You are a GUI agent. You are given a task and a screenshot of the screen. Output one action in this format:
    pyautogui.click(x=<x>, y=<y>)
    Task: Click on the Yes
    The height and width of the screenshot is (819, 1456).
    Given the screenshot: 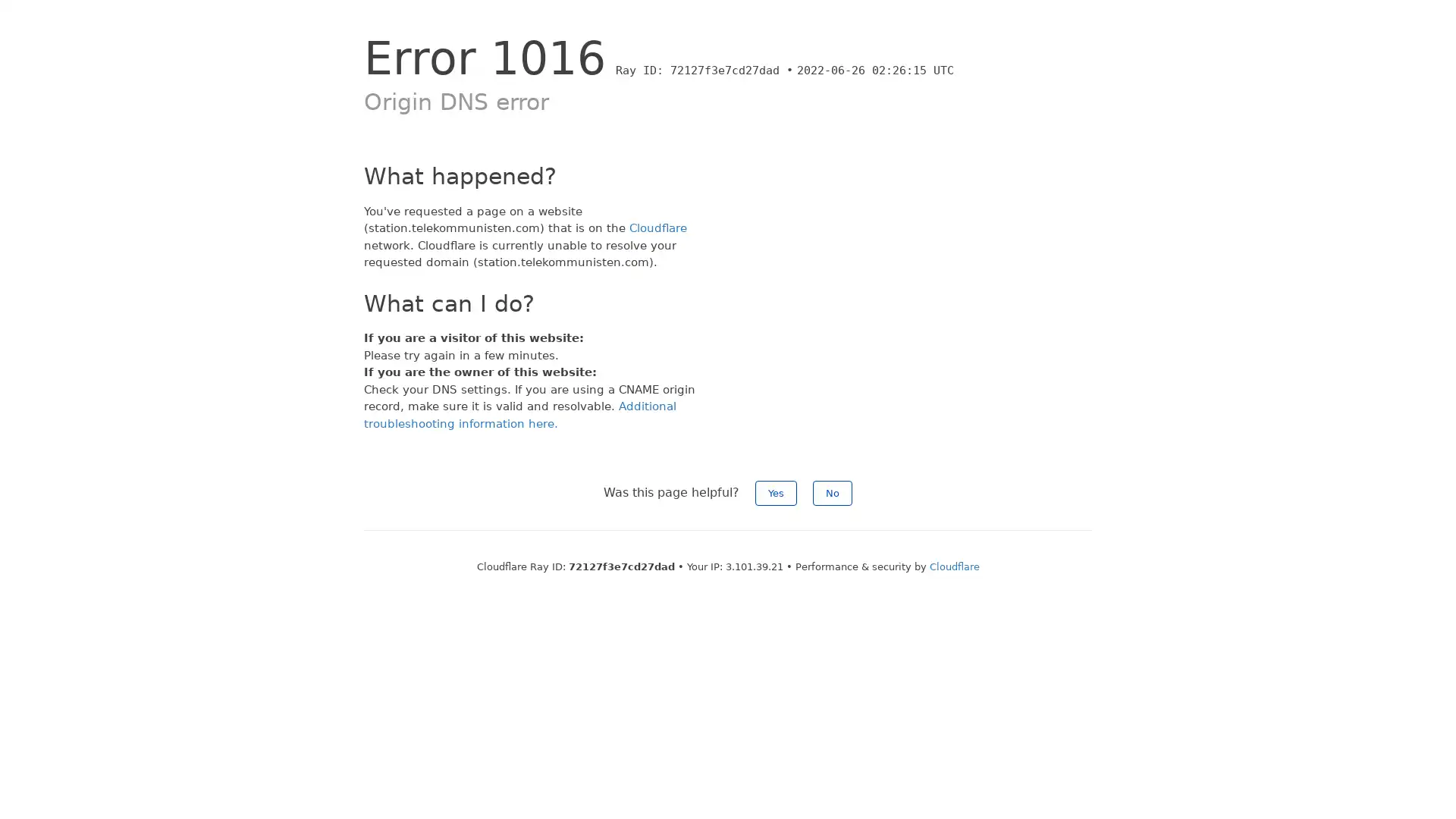 What is the action you would take?
    pyautogui.click(x=776, y=493)
    